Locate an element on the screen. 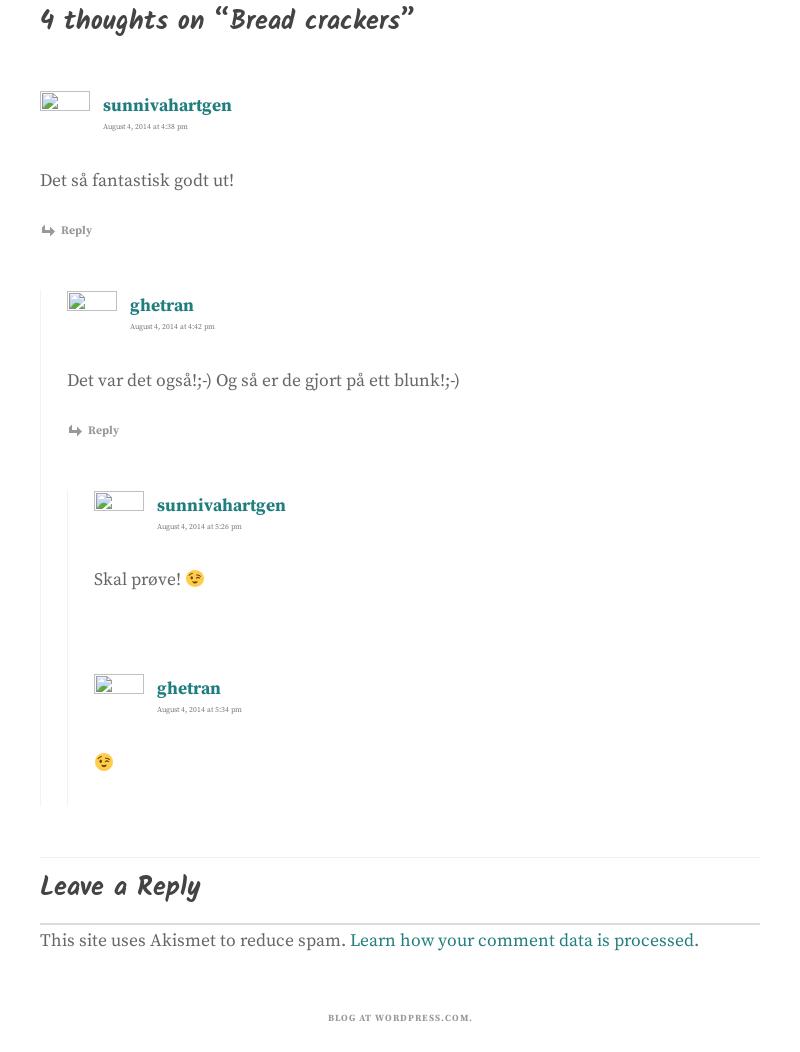  'August 4, 2014 at 4:42 pm' is located at coordinates (128, 325).